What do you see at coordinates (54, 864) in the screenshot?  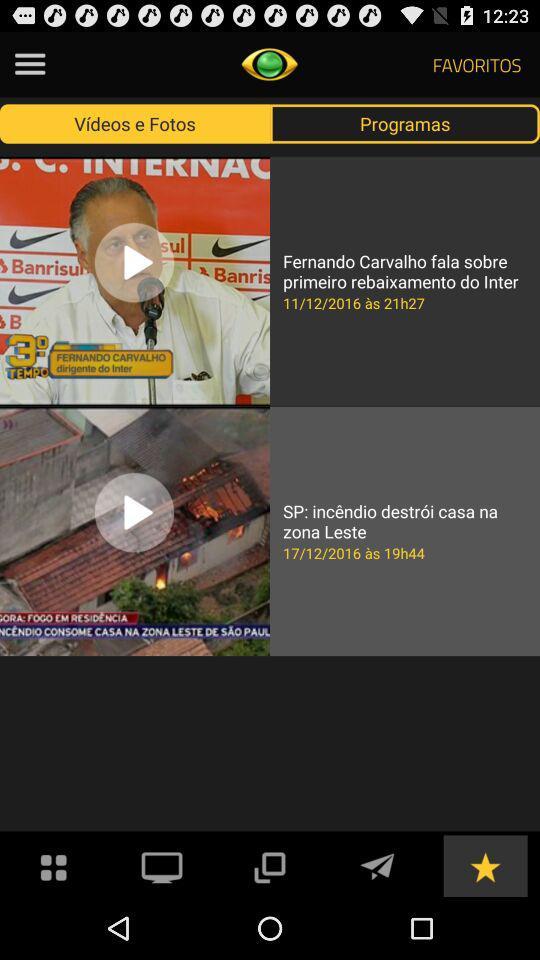 I see `icon view` at bounding box center [54, 864].